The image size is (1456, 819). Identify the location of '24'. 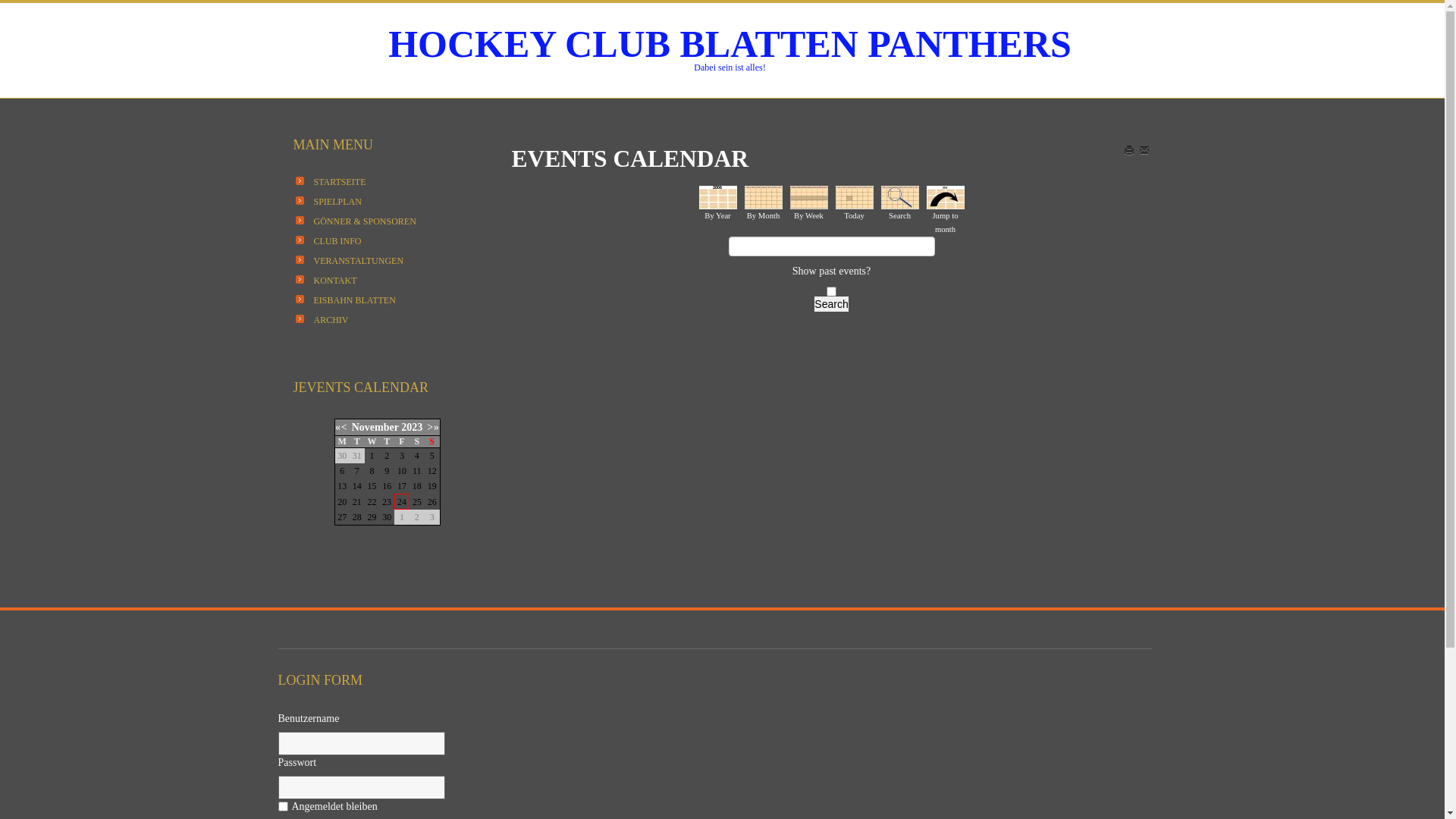
(401, 500).